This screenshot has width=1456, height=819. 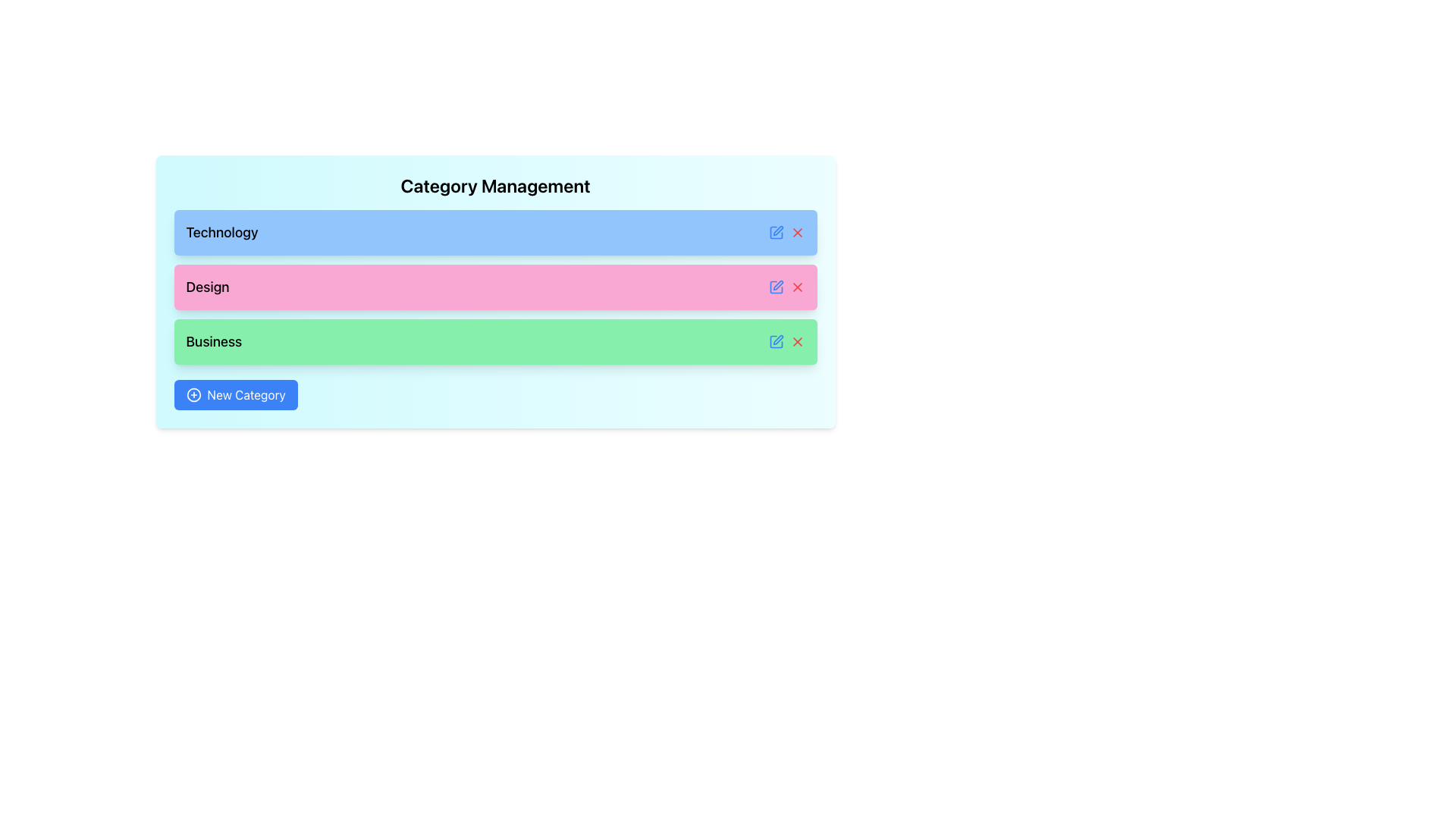 I want to click on the small SVG icon resembling an 'X' located at the right end of the pink row labeled 'Design' in the 'Category Management' section, so click(x=796, y=287).